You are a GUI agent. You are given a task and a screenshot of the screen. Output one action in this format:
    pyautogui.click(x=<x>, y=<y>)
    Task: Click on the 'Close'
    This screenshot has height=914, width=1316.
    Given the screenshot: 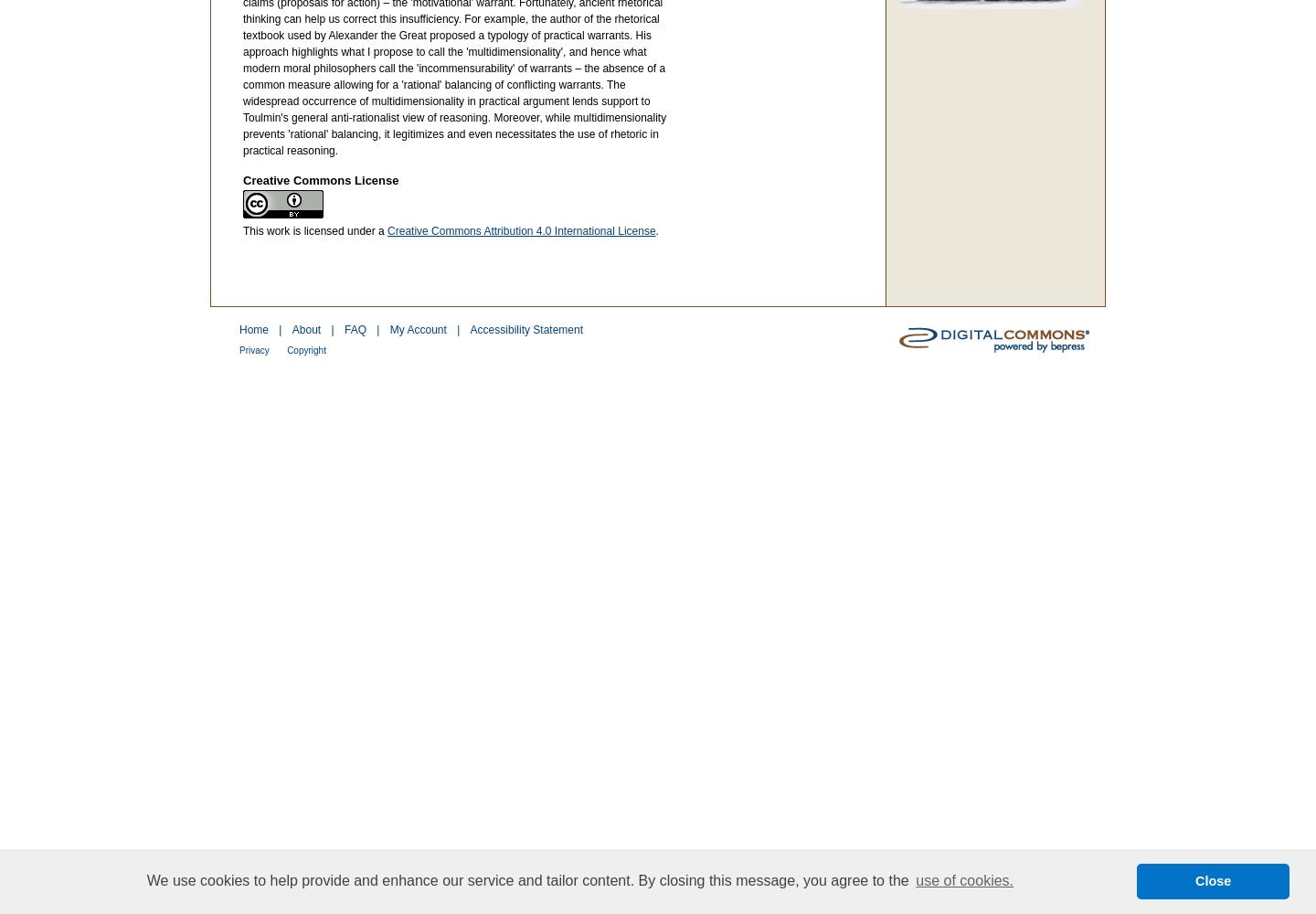 What is the action you would take?
    pyautogui.click(x=1212, y=880)
    